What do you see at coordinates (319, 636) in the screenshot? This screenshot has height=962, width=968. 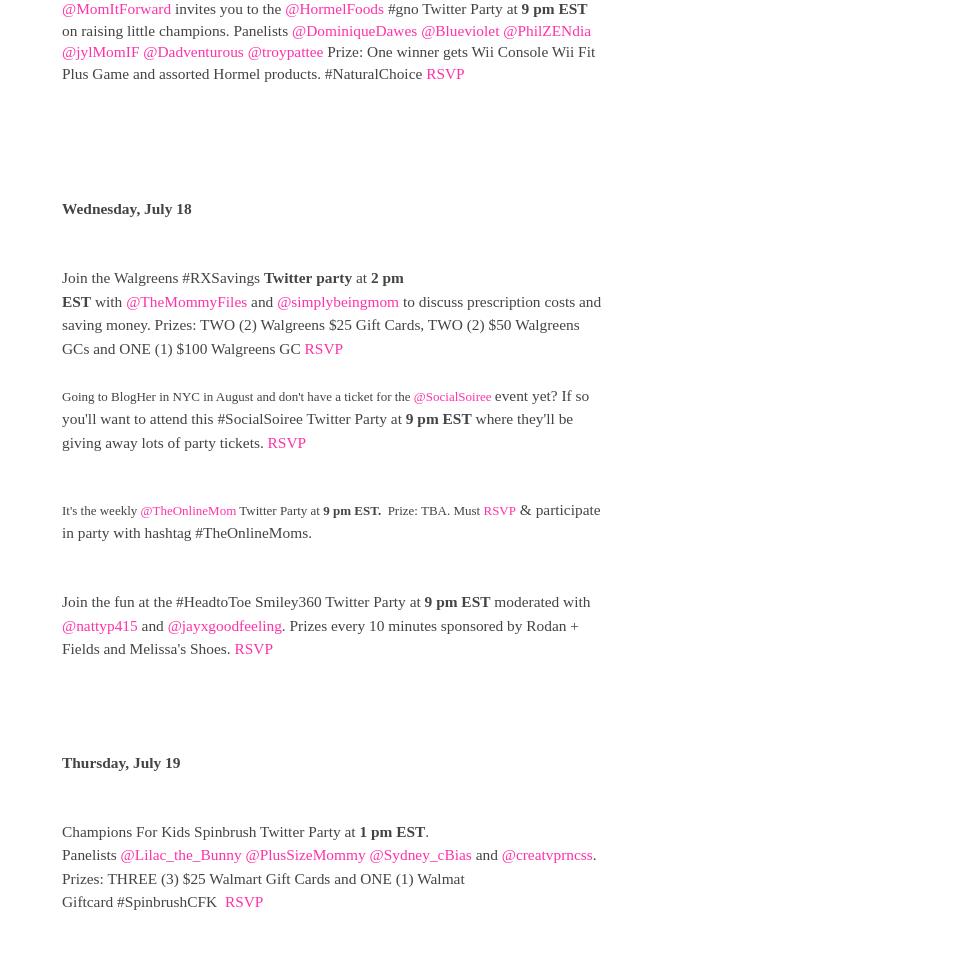 I see `'. Prizes every 10 minutes sponsored by Rodan + Fields and Melissa's Shoes.'` at bounding box center [319, 636].